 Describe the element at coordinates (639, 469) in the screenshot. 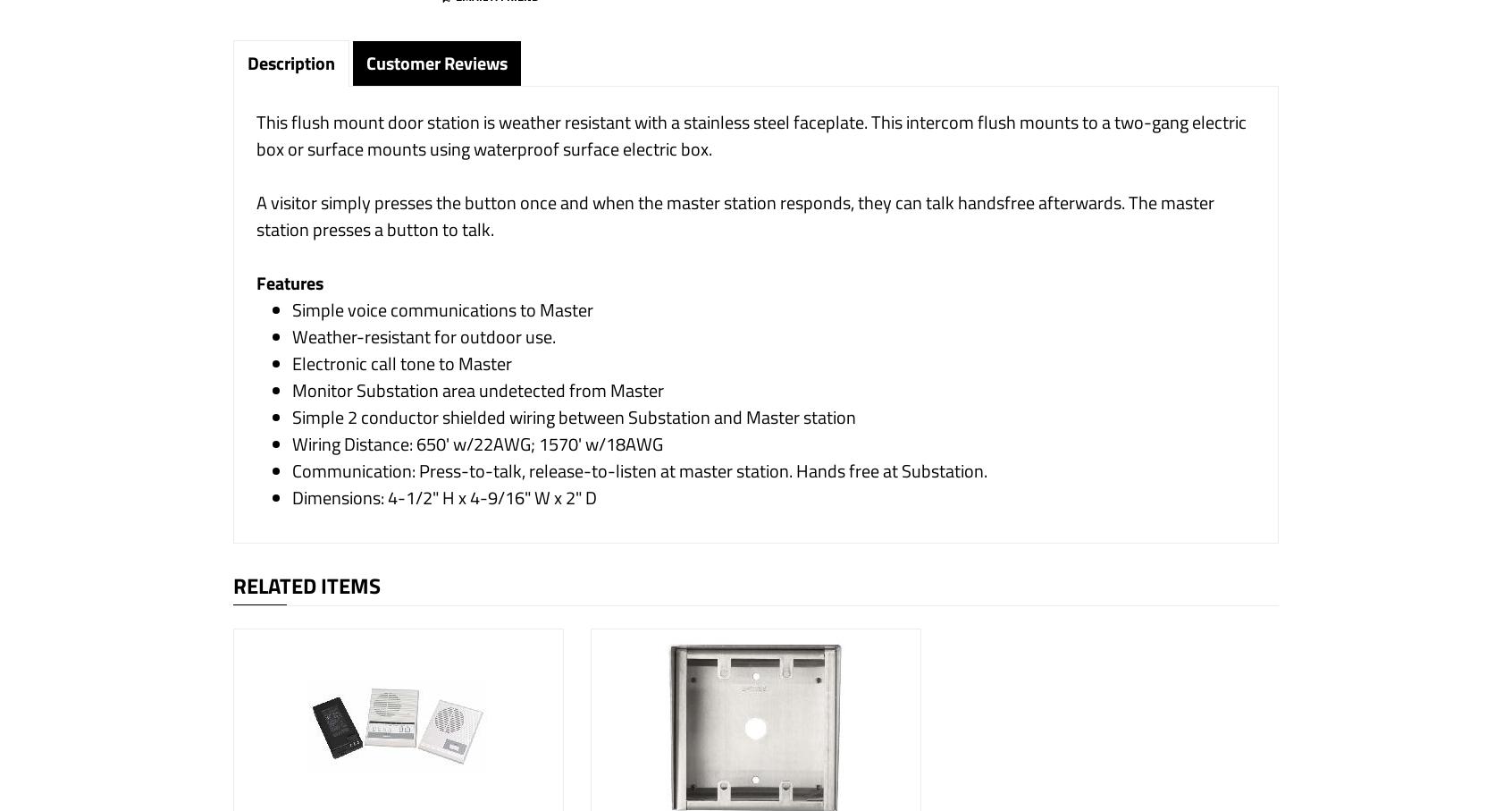

I see `'Communication: Press-to-talk, release-to-listen at master station. Hands free at Substation.'` at that location.